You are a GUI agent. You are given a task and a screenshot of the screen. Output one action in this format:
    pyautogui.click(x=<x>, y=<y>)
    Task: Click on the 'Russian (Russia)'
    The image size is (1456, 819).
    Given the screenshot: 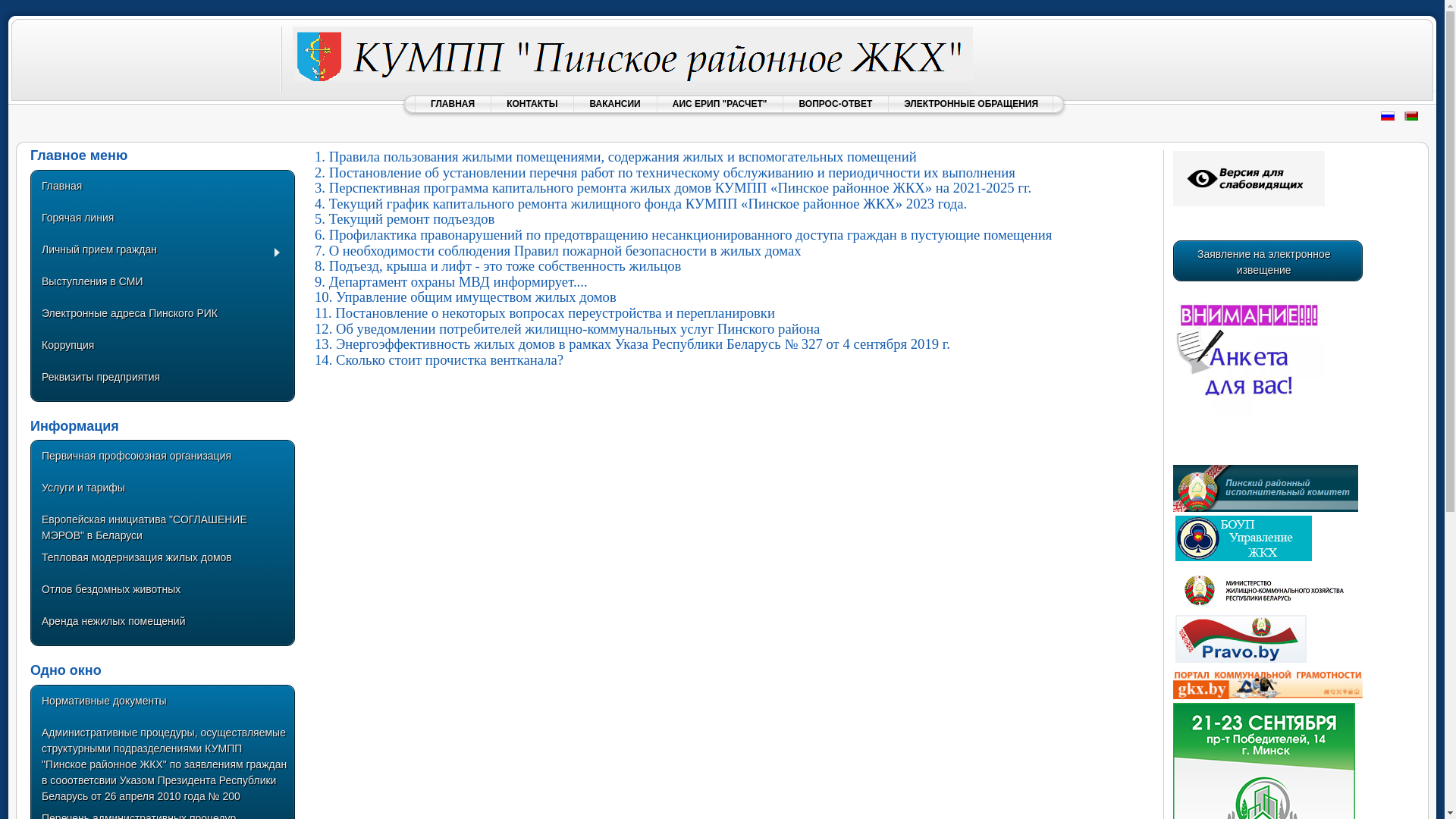 What is the action you would take?
    pyautogui.click(x=1387, y=115)
    